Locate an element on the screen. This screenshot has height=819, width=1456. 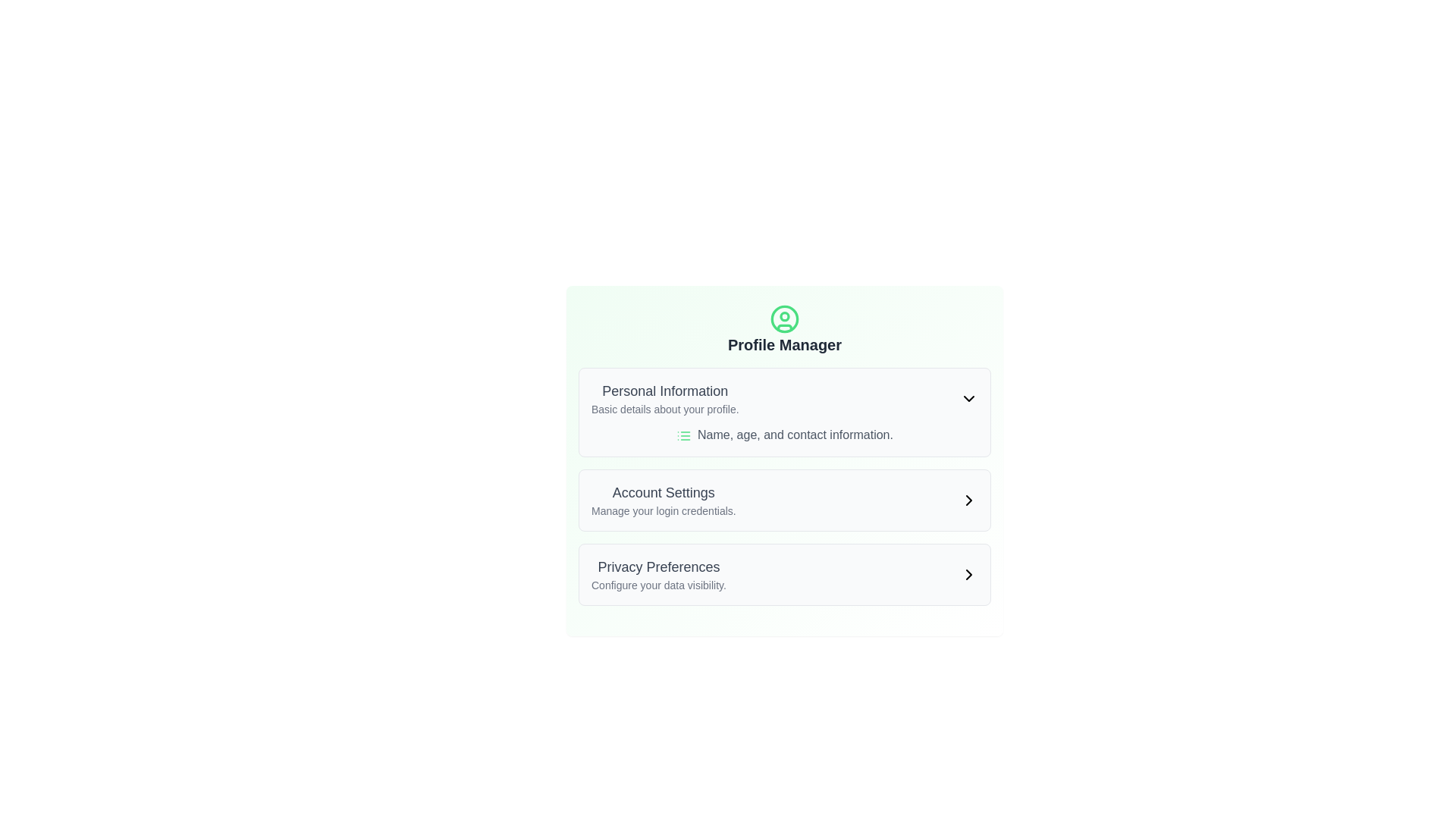
the 'Profile Manager' text label, which is a bold, large font element located below the green circular user icon at the top of the interface is located at coordinates (785, 345).